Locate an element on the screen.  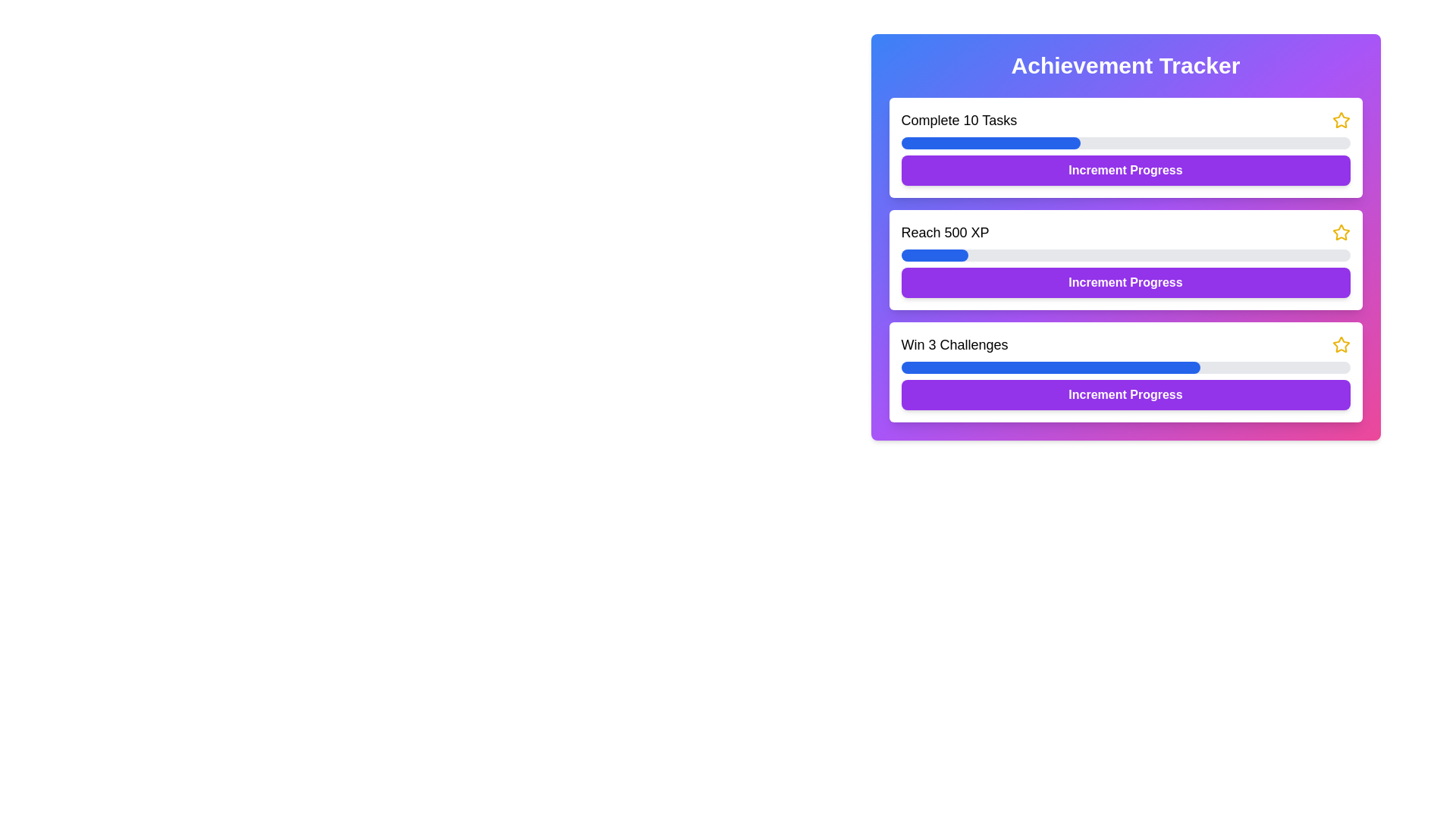
the star-shaped icon with a yellow outline in the achievement section to mark it as important is located at coordinates (1340, 231).